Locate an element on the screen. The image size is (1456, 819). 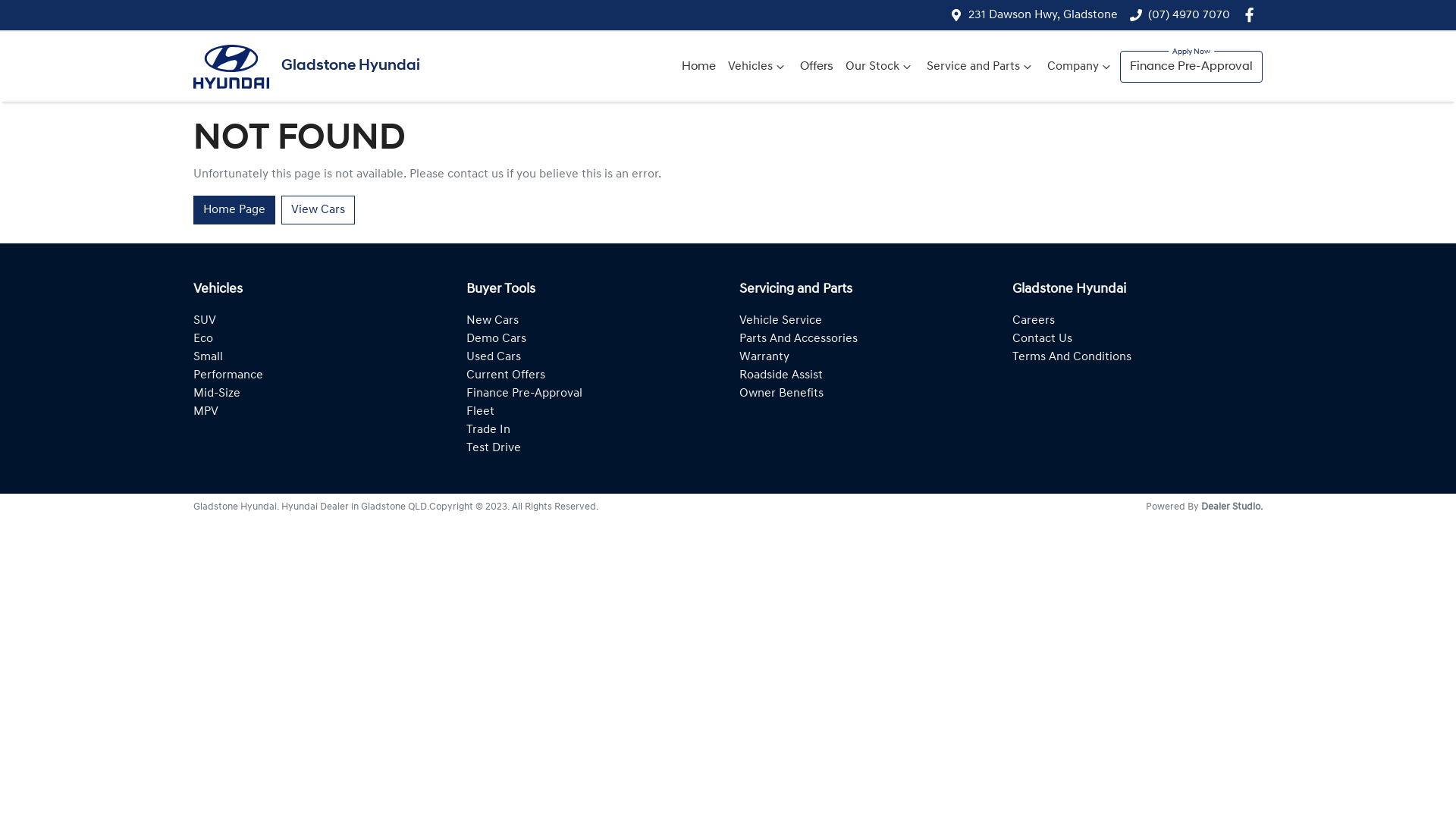
'View Cars' is located at coordinates (317, 210).